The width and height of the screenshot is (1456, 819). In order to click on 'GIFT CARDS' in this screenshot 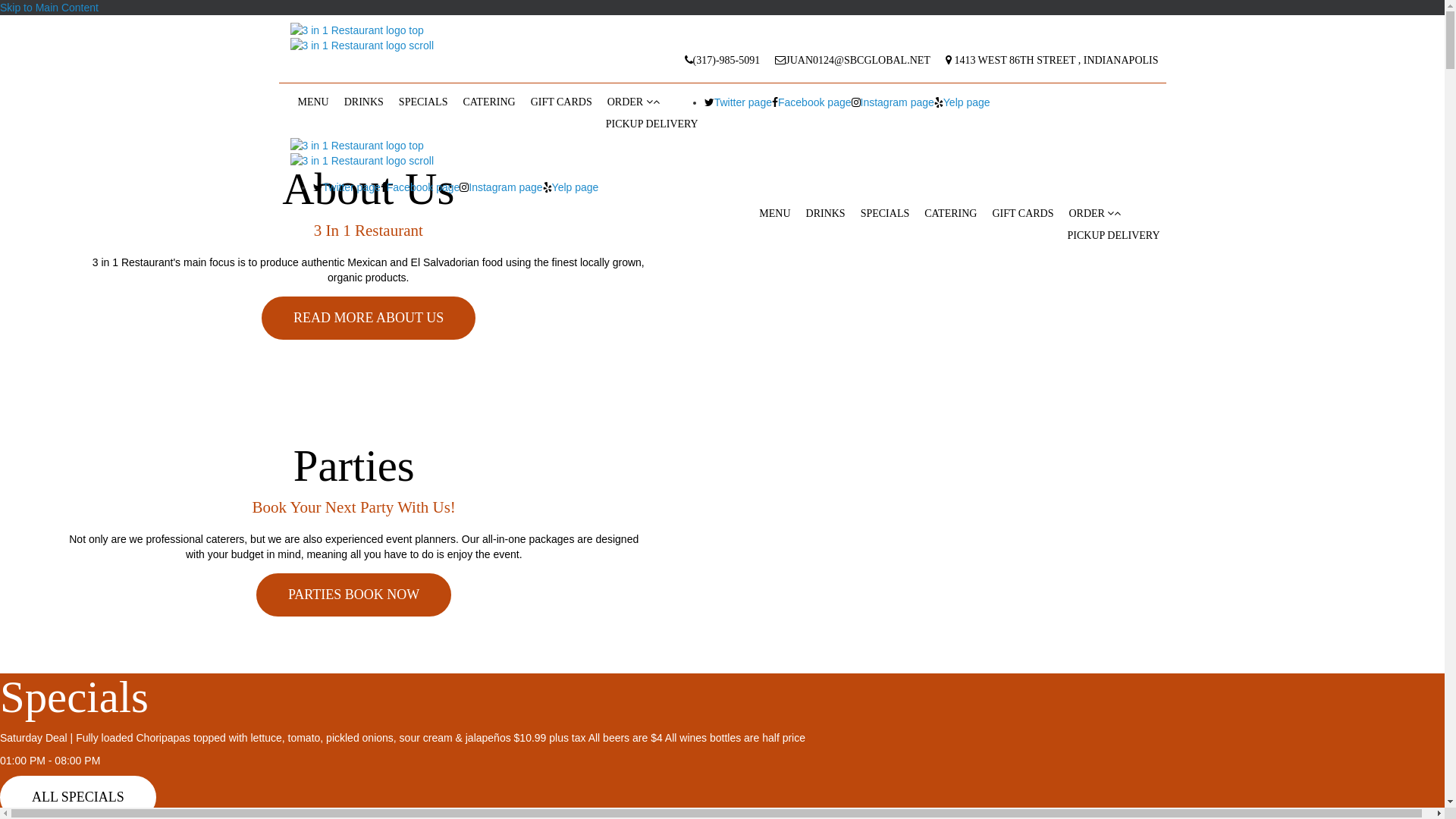, I will do `click(560, 102)`.